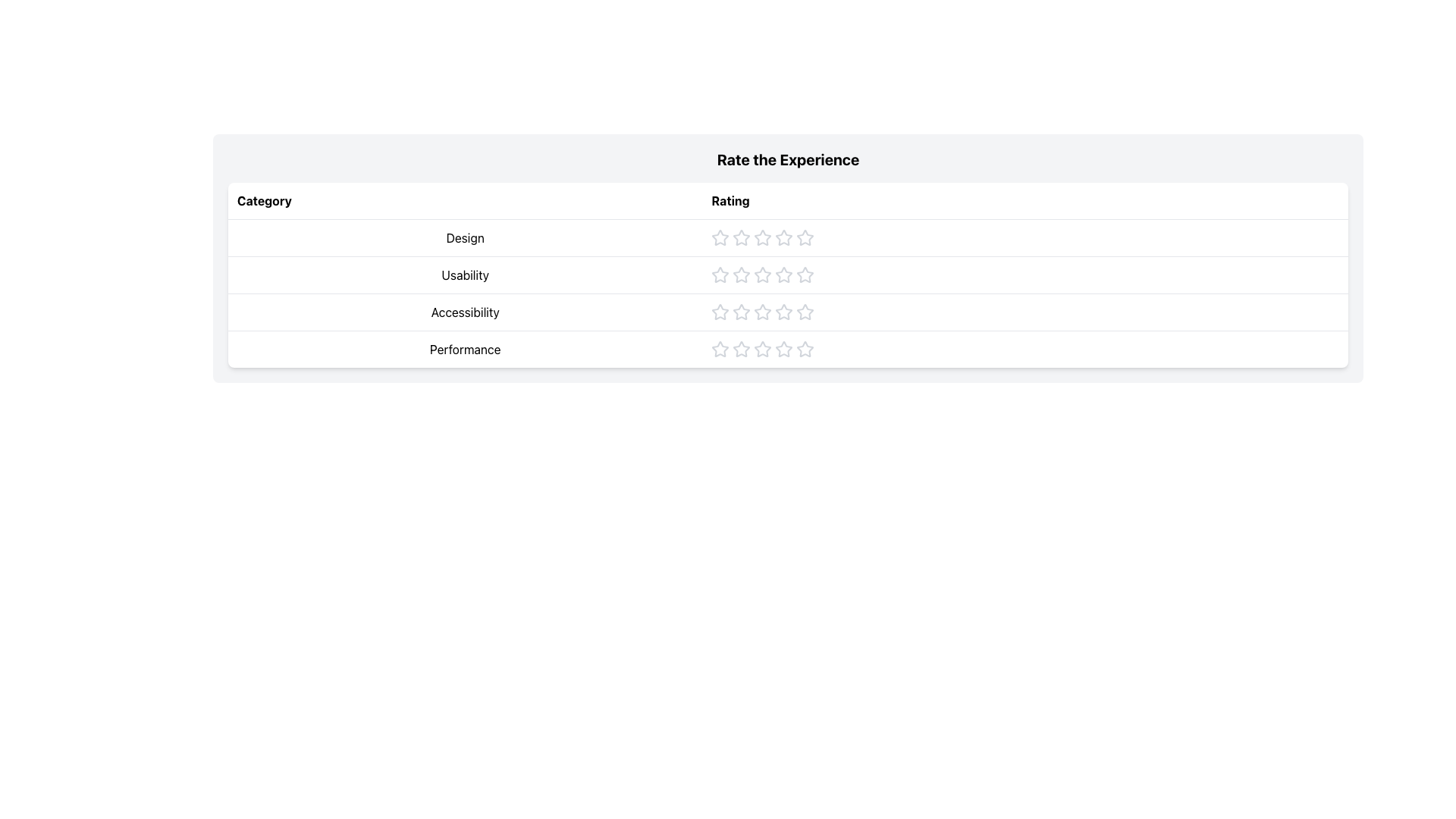  What do you see at coordinates (763, 312) in the screenshot?
I see `the fifth star in the Accessibility rating system` at bounding box center [763, 312].